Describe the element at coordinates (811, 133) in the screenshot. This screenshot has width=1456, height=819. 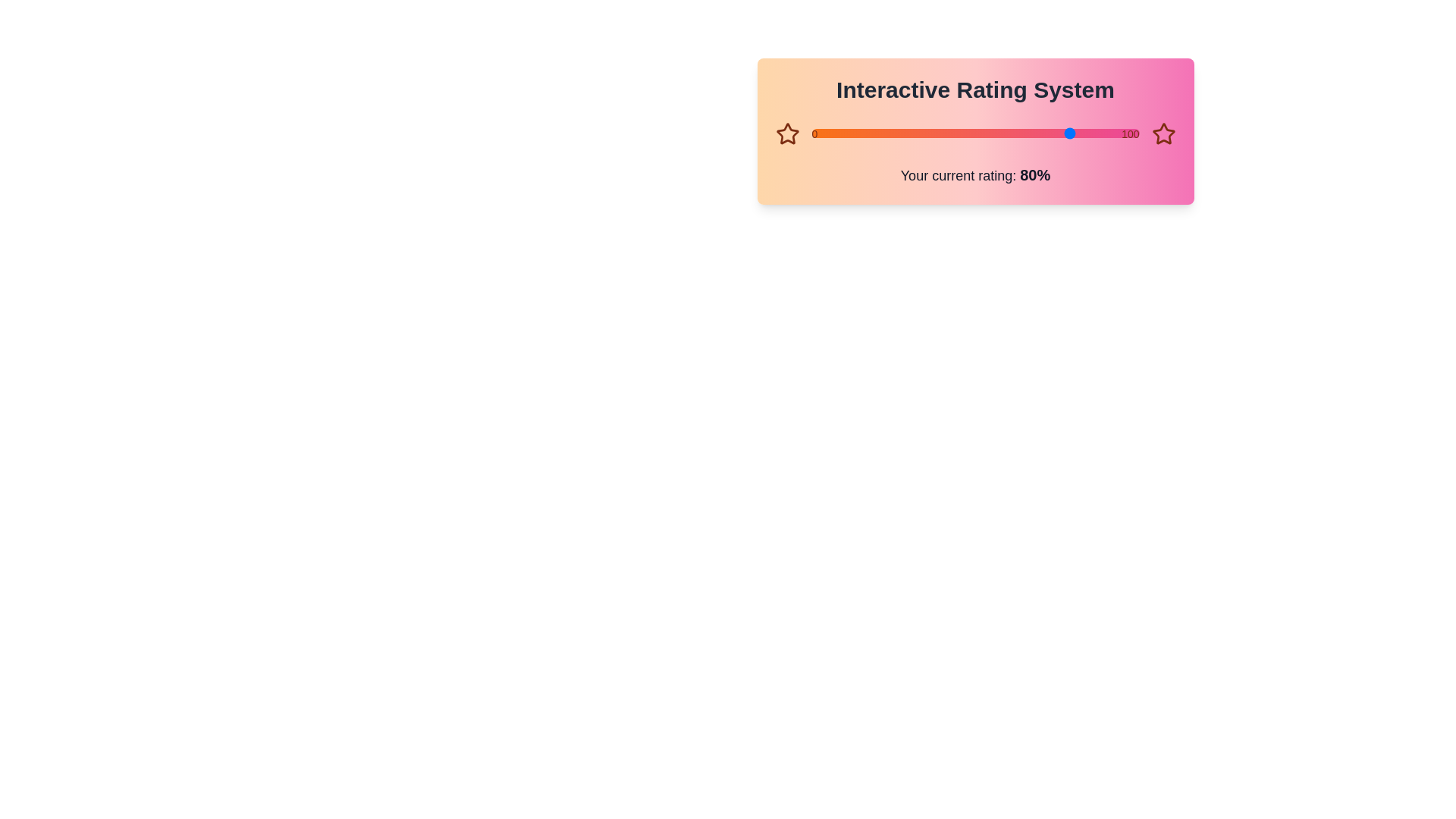
I see `the rating slider to set the rating to 0%` at that location.